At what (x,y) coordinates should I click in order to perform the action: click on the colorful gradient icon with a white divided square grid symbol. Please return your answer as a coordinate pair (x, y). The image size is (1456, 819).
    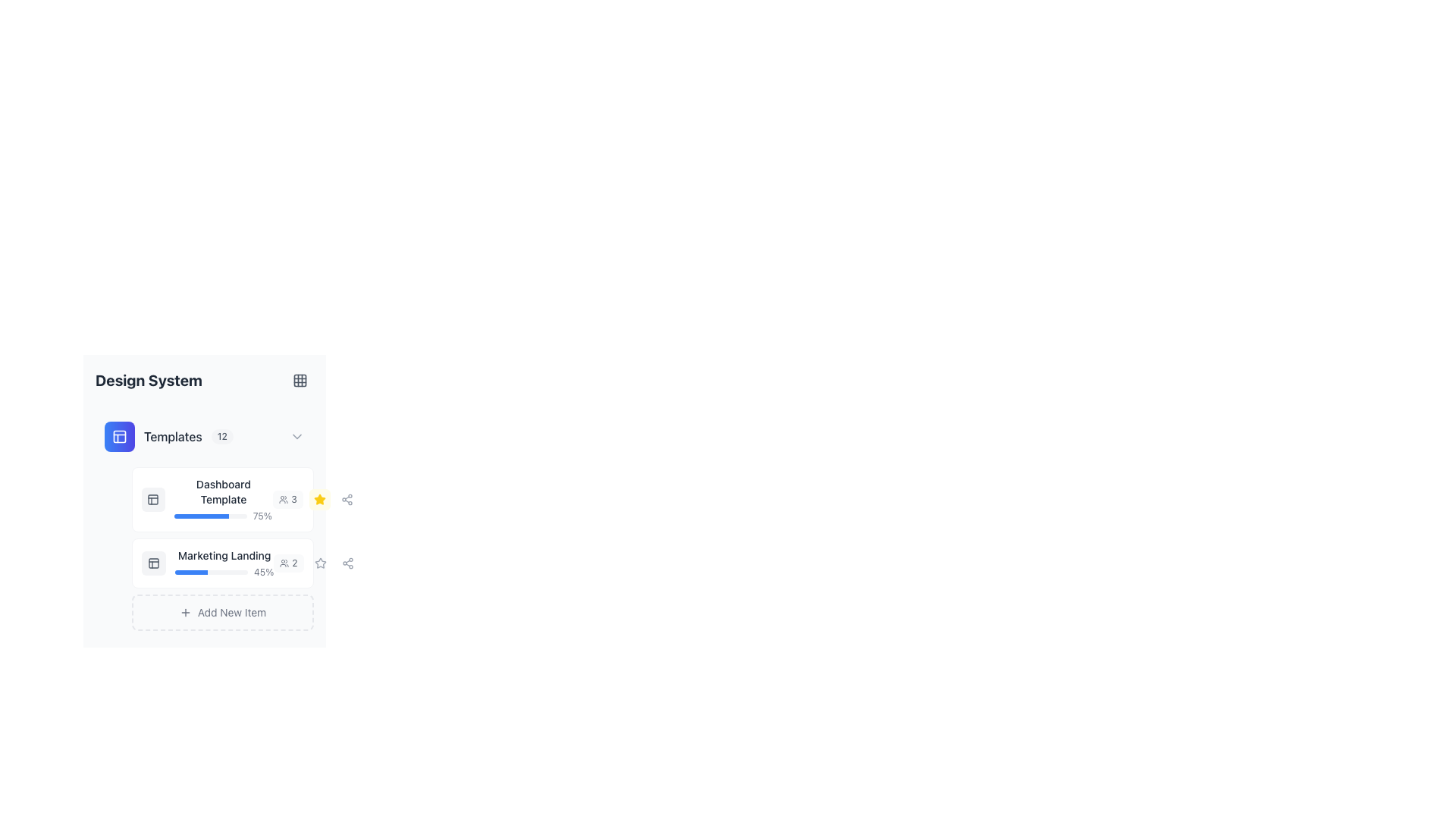
    Looking at the image, I should click on (119, 436).